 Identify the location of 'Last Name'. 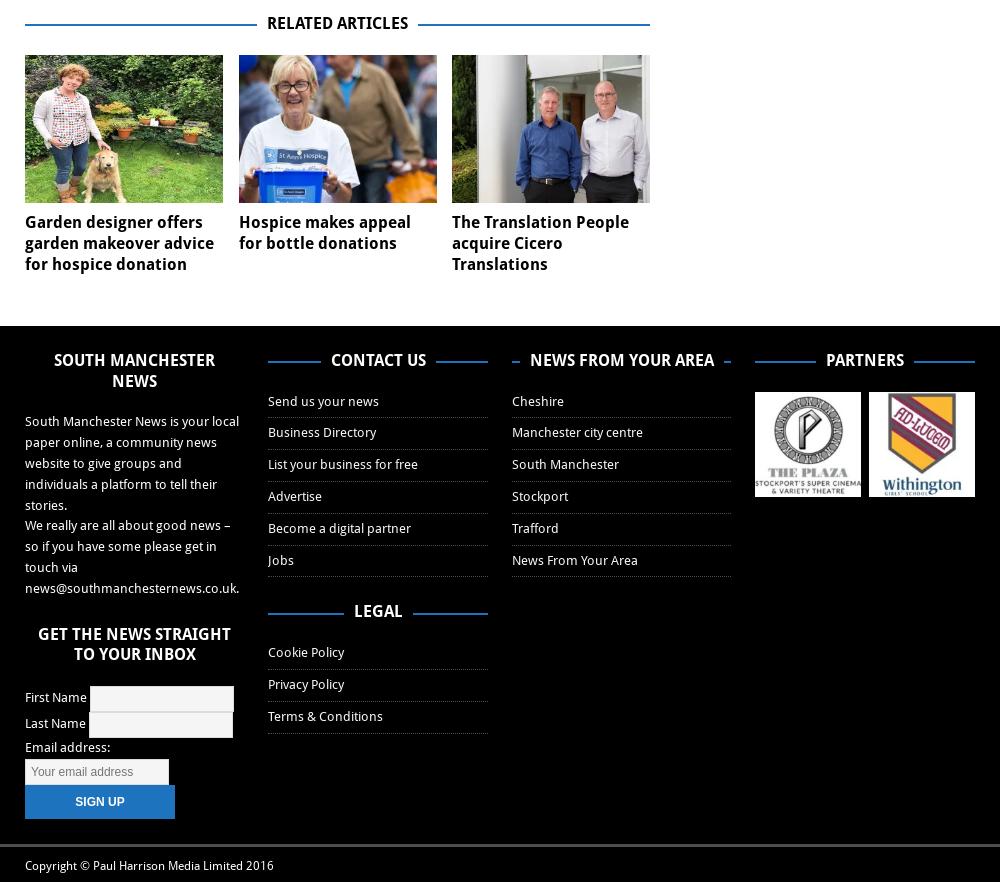
(55, 723).